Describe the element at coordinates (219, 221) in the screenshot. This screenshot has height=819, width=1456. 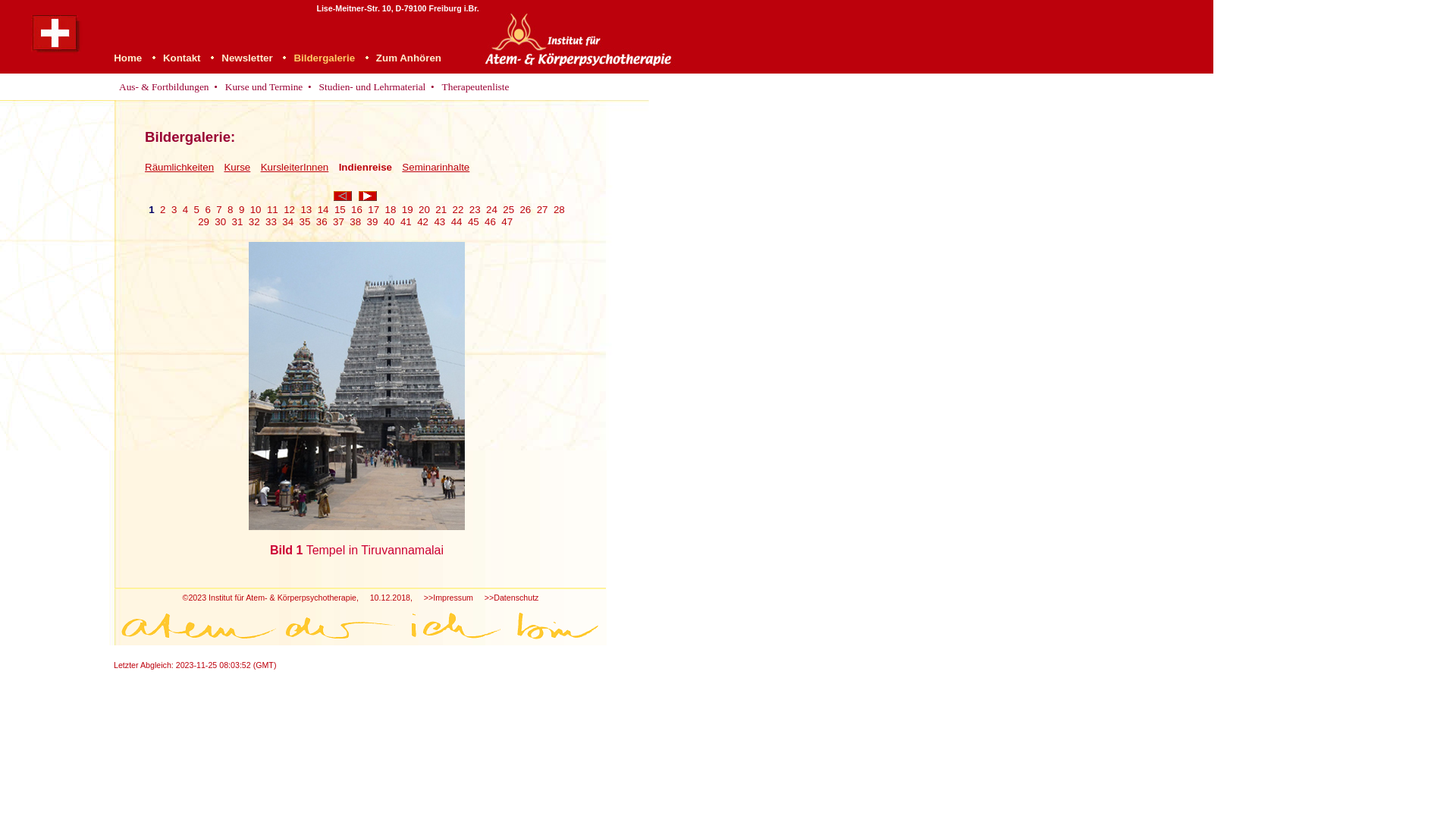
I see `'30'` at that location.